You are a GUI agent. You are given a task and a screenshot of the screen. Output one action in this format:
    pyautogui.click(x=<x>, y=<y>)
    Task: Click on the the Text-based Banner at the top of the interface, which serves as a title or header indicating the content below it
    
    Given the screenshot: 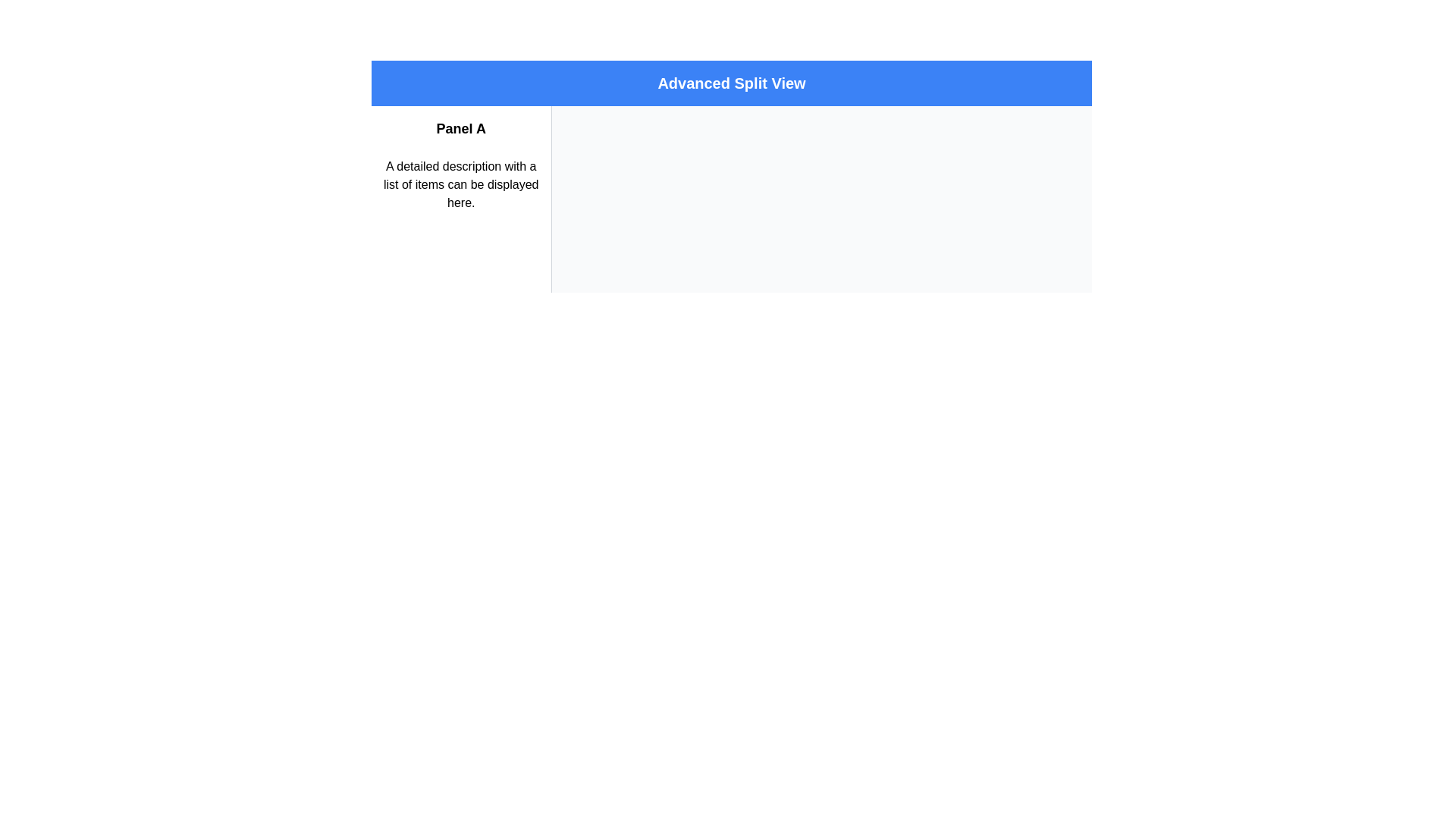 What is the action you would take?
    pyautogui.click(x=731, y=83)
    